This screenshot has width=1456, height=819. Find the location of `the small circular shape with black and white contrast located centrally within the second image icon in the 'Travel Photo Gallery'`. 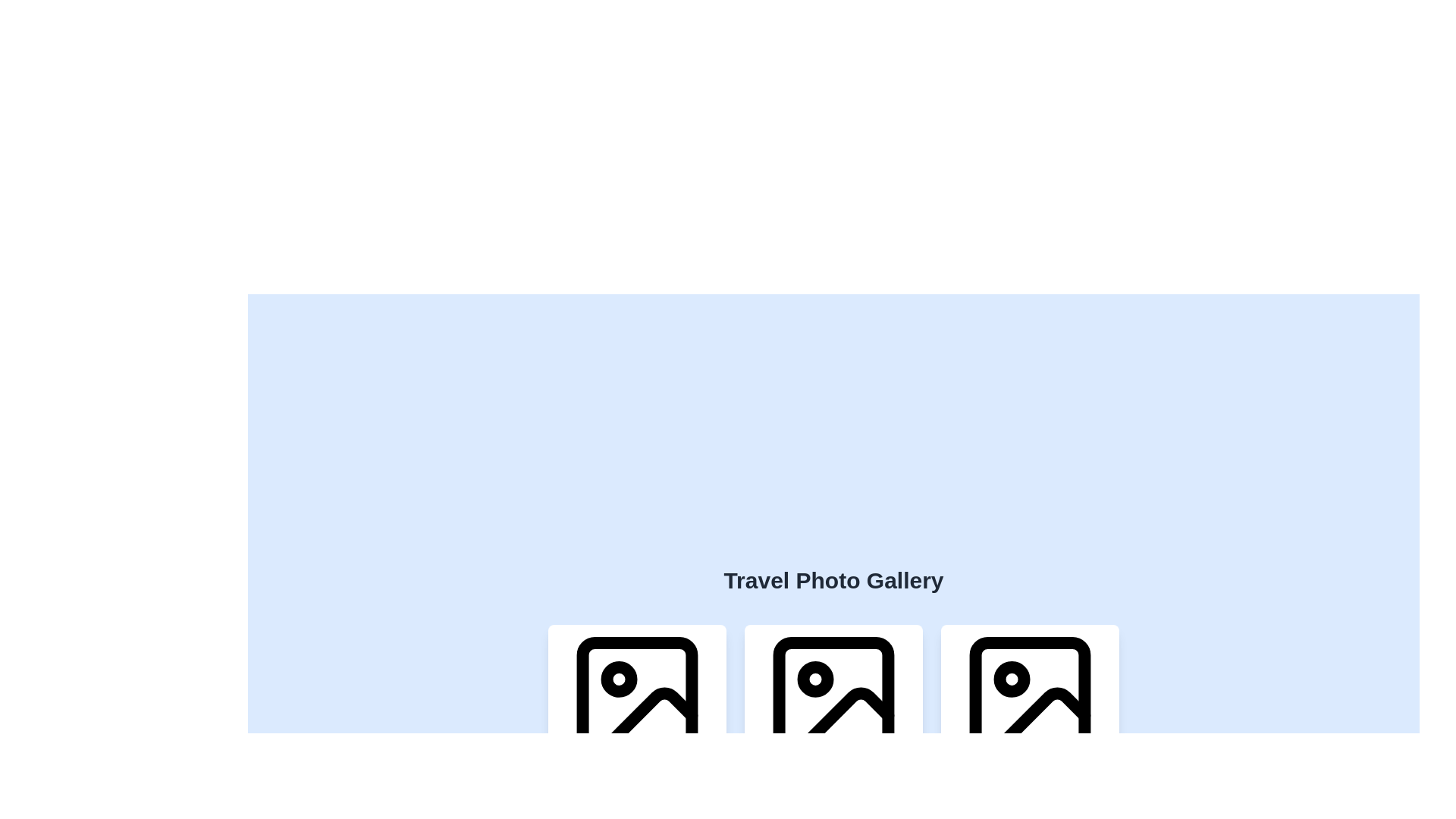

the small circular shape with black and white contrast located centrally within the second image icon in the 'Travel Photo Gallery' is located at coordinates (814, 678).